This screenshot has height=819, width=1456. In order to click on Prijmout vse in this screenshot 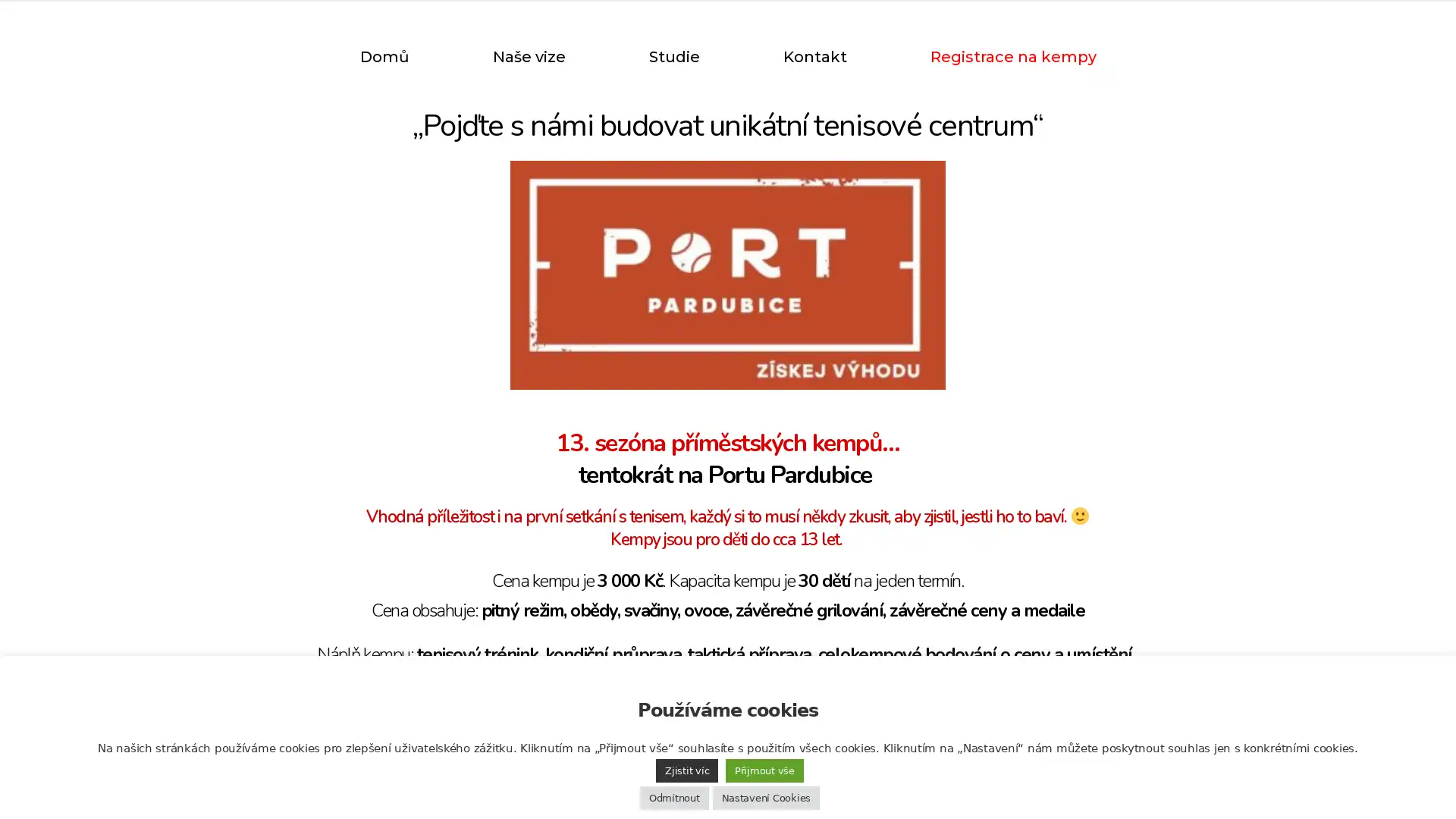, I will do `click(764, 770)`.